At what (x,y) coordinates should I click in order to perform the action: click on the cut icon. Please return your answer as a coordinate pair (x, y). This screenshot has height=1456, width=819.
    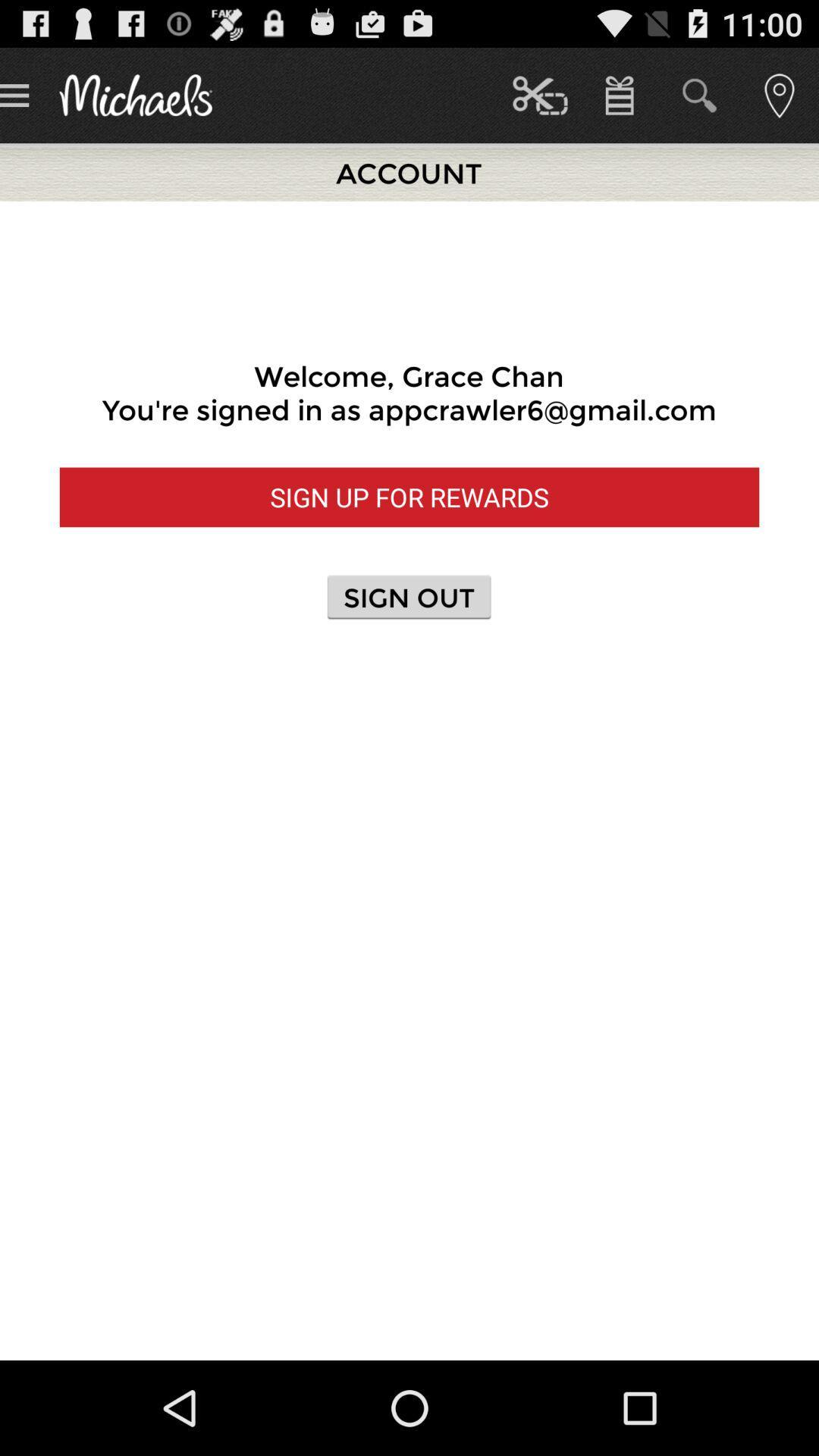
    Looking at the image, I should click on (539, 94).